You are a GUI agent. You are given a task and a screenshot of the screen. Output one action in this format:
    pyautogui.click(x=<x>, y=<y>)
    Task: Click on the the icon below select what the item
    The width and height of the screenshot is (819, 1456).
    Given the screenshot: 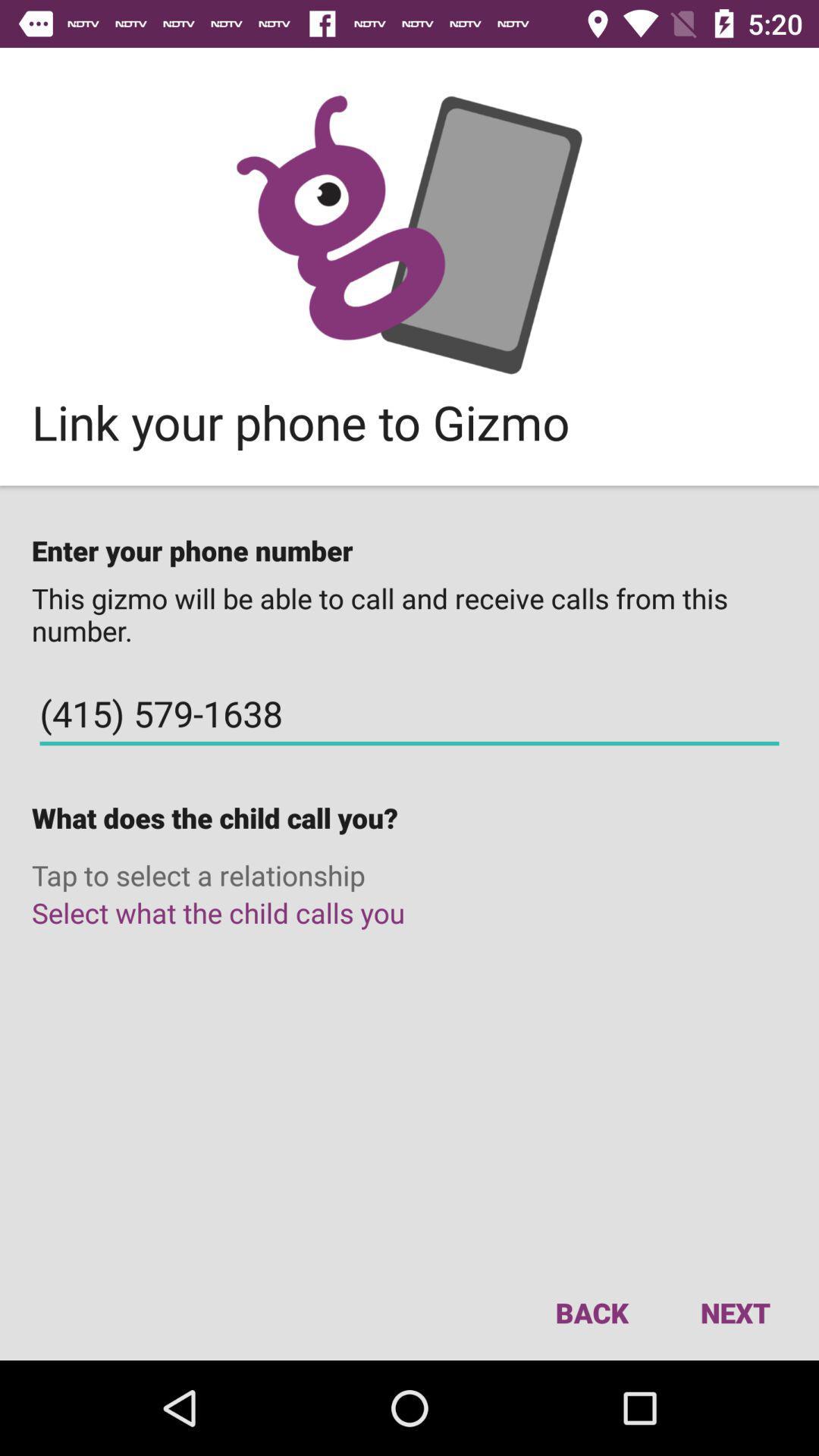 What is the action you would take?
    pyautogui.click(x=734, y=1312)
    